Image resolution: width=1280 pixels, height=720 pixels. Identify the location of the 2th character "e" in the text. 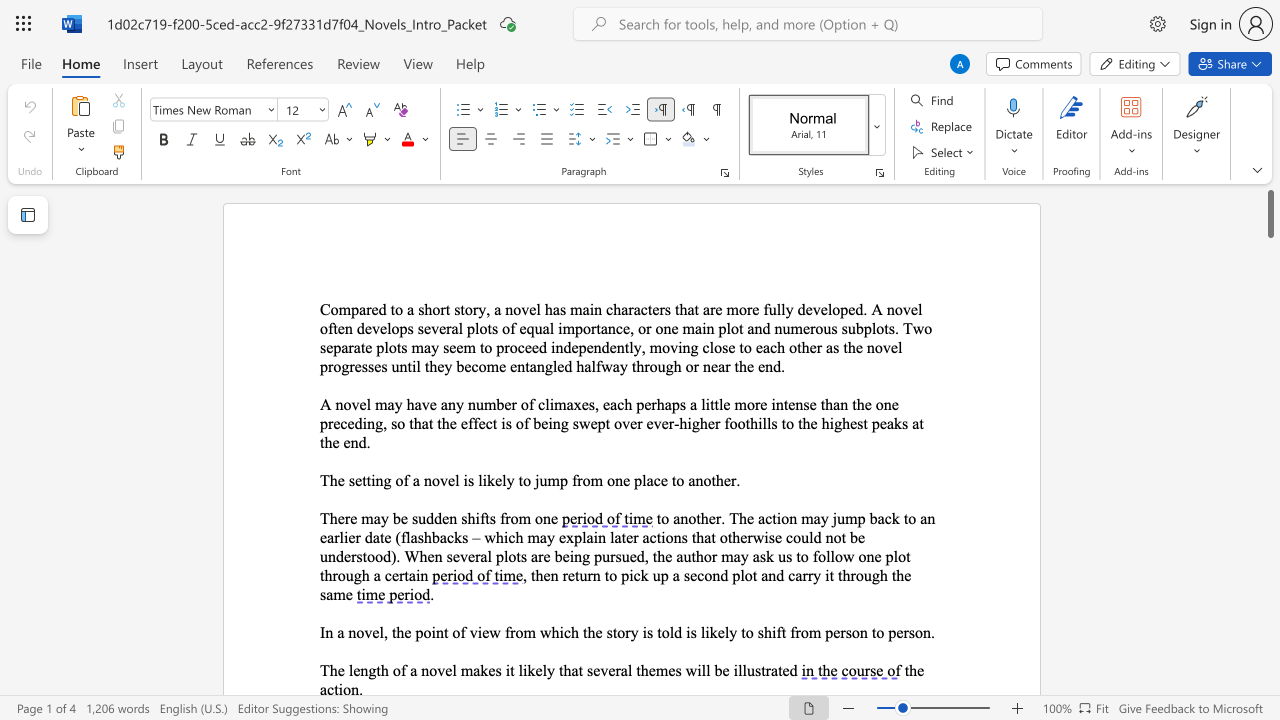
(432, 404).